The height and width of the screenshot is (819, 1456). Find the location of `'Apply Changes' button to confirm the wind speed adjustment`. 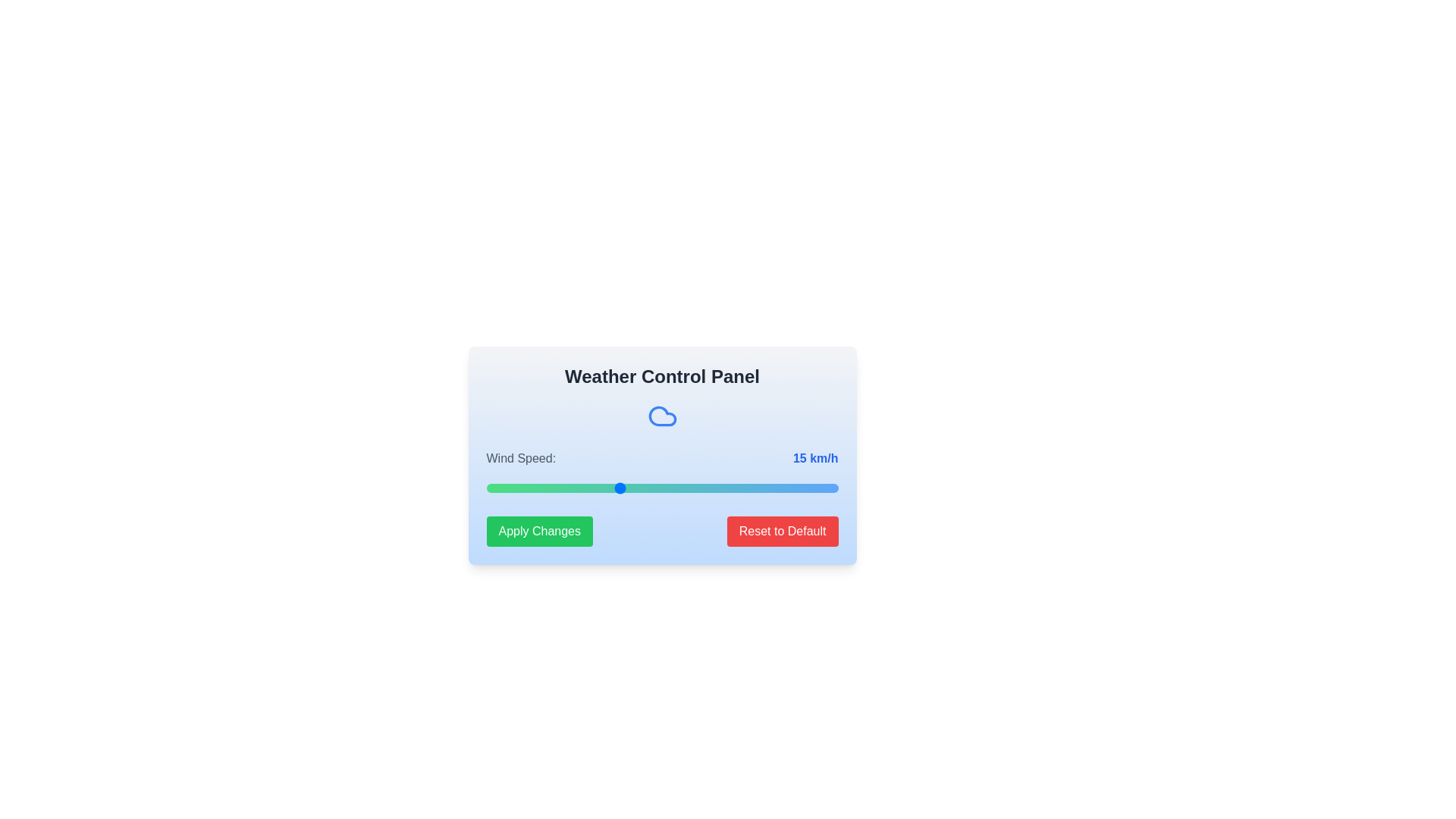

'Apply Changes' button to confirm the wind speed adjustment is located at coordinates (539, 531).